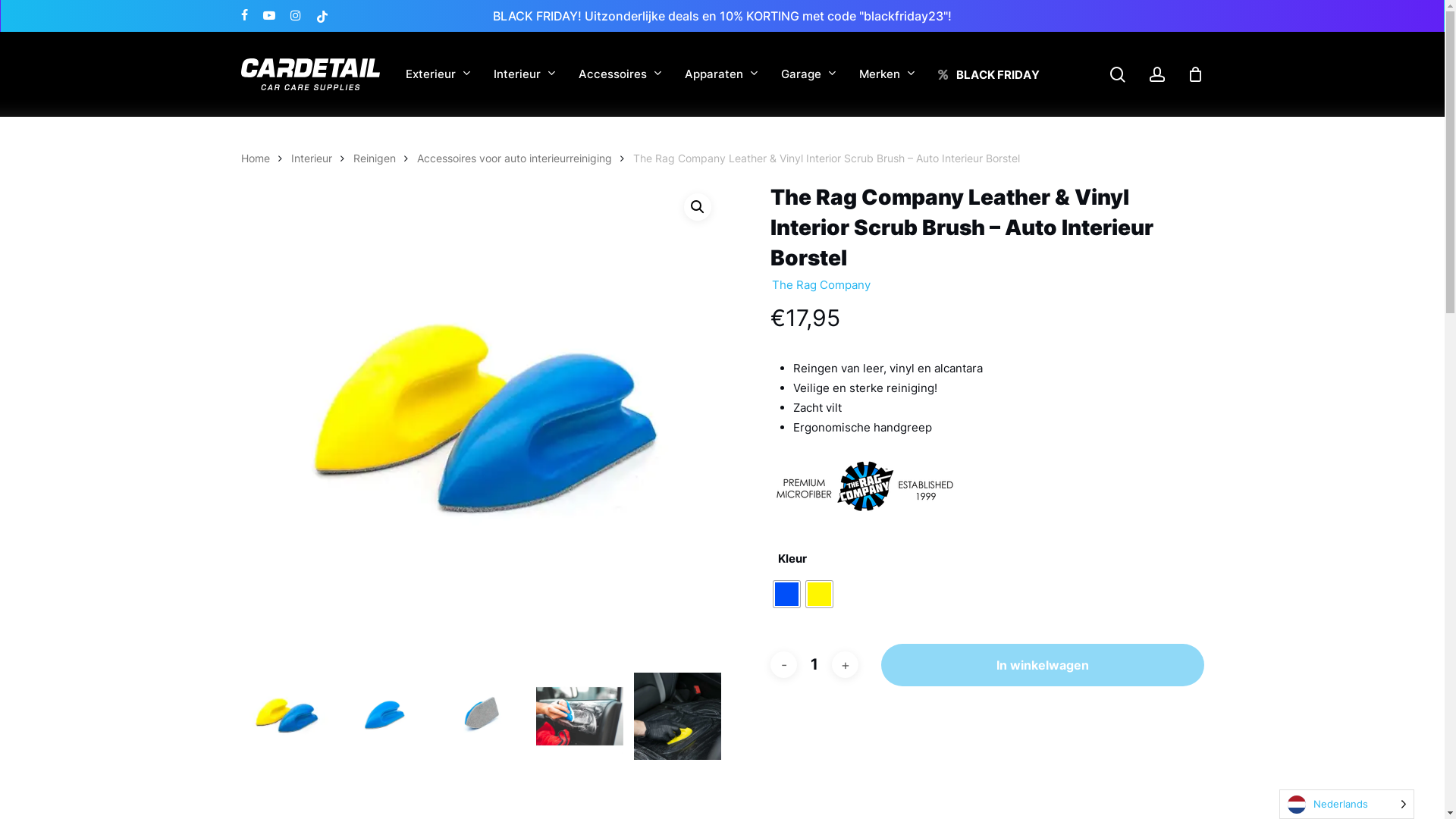 The width and height of the screenshot is (1456, 819). What do you see at coordinates (417, 158) in the screenshot?
I see `'Accessoires voor auto interieurreiniging'` at bounding box center [417, 158].